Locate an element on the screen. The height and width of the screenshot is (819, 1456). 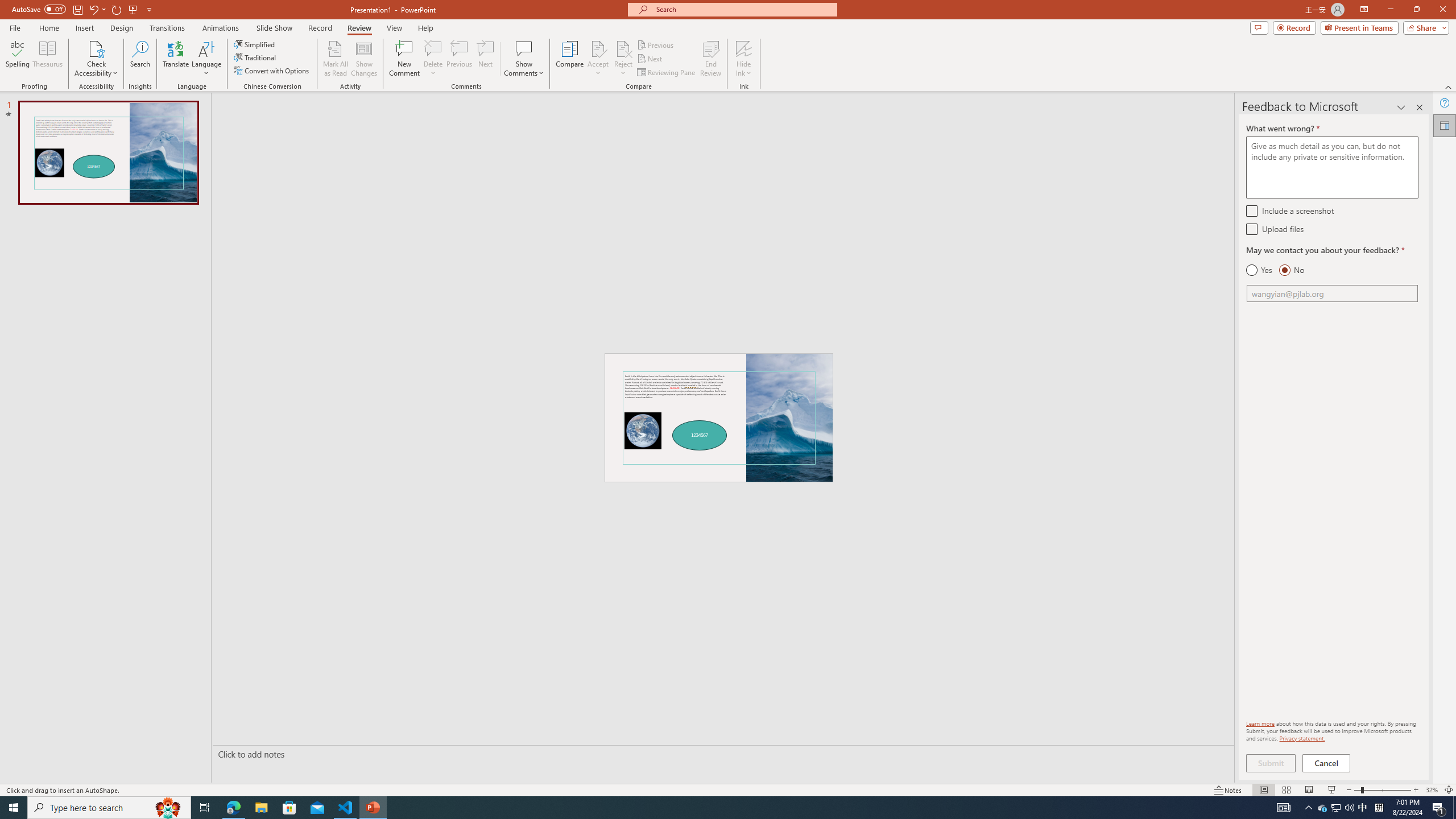
'Yes' is located at coordinates (1259, 270).